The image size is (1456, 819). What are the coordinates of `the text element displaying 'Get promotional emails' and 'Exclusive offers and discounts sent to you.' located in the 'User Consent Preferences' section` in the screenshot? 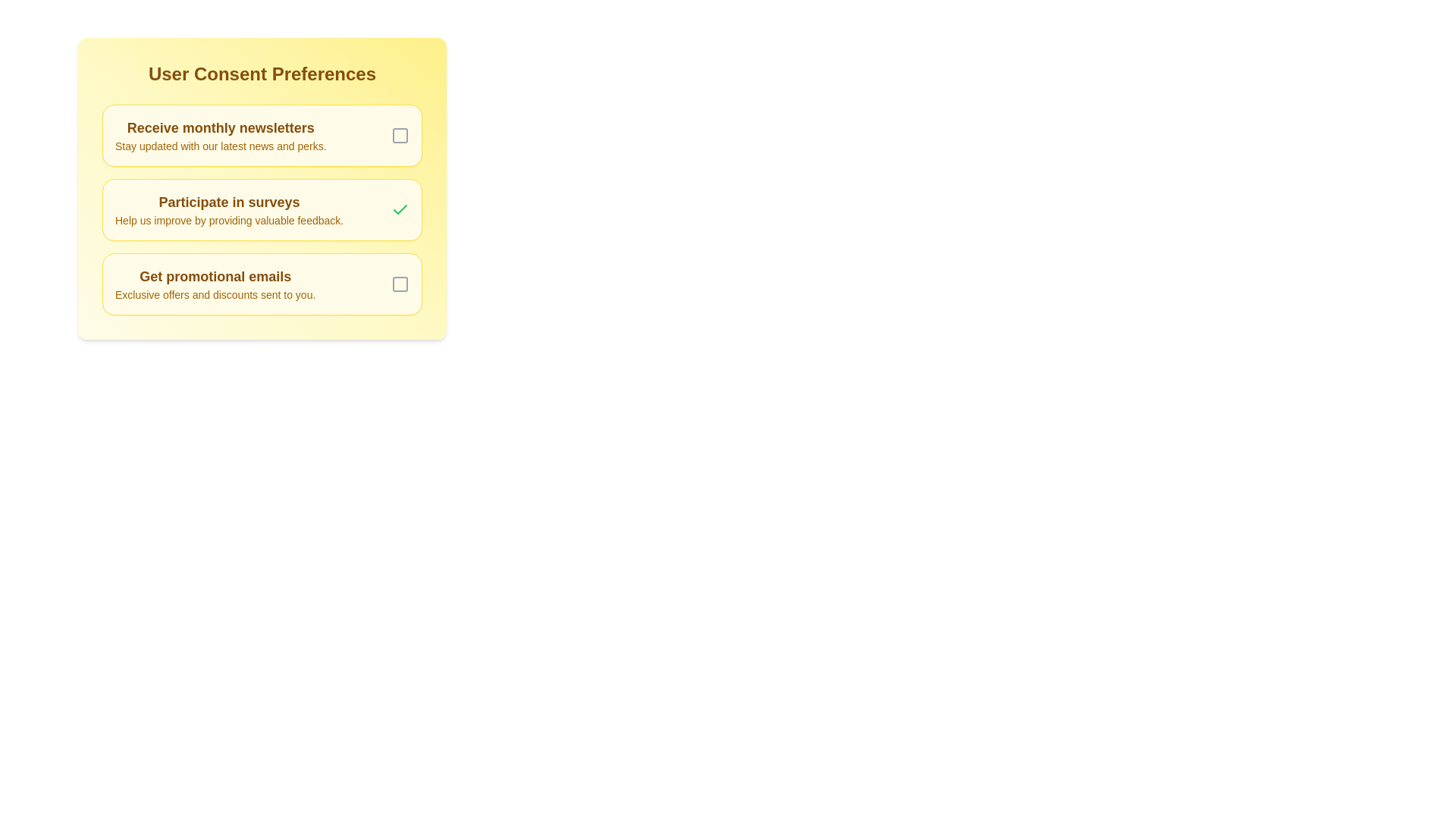 It's located at (215, 284).